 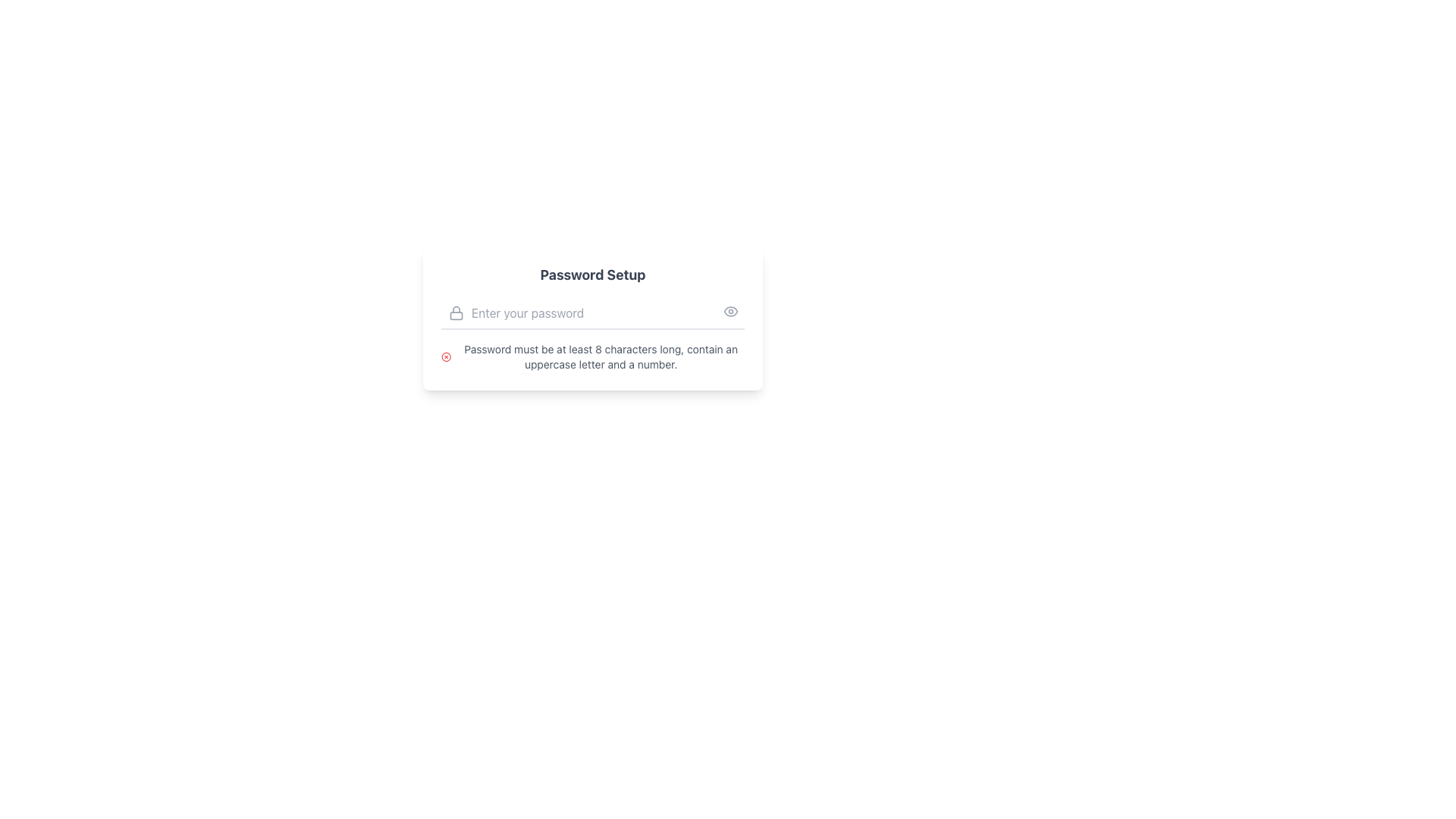 I want to click on the circular red alert icon with a cross 'X' symbol, located directly to the left of the password requirement text, so click(x=445, y=356).